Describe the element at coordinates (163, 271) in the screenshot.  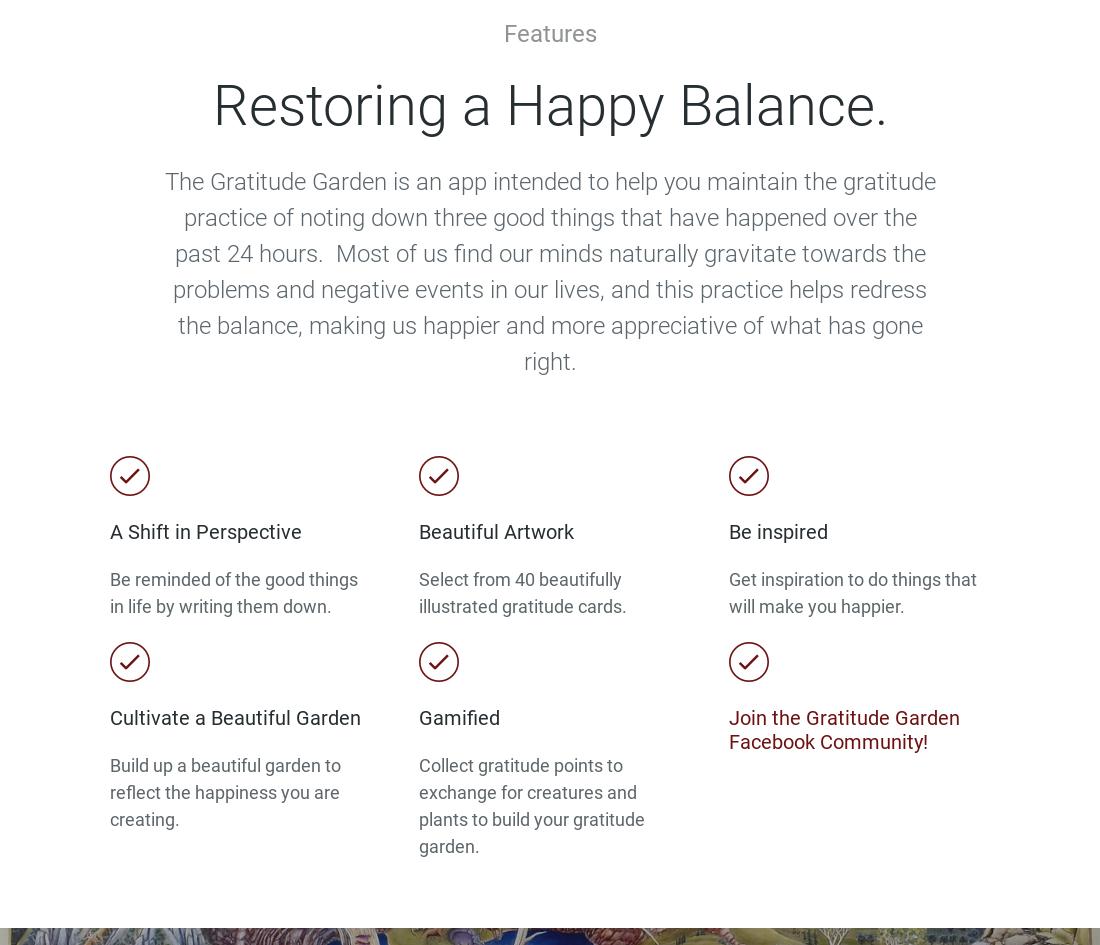
I see `'The Gratitude Garden is an app intended to help you maintain the gratitude practice of noting down three good things that have happened over the past 24 hours.  Most of us find our minds naturally gravitate towards the problems and negative events in our lives, and this practice helps redress the balance, making us happier and more appreciative of what has gone right.'` at that location.